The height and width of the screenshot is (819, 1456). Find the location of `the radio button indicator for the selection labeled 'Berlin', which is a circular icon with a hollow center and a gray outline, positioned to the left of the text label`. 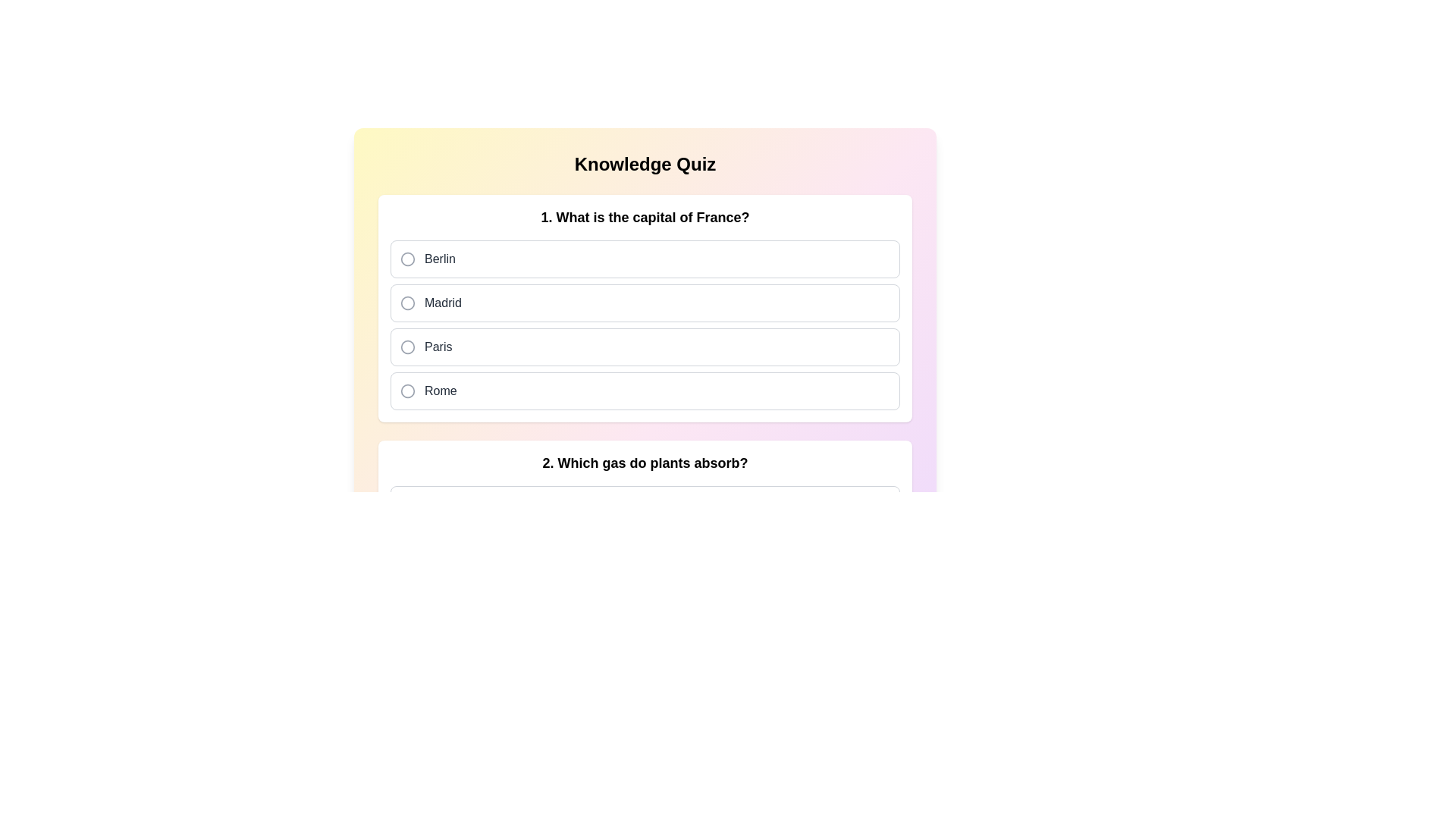

the radio button indicator for the selection labeled 'Berlin', which is a circular icon with a hollow center and a gray outline, positioned to the left of the text label is located at coordinates (407, 259).